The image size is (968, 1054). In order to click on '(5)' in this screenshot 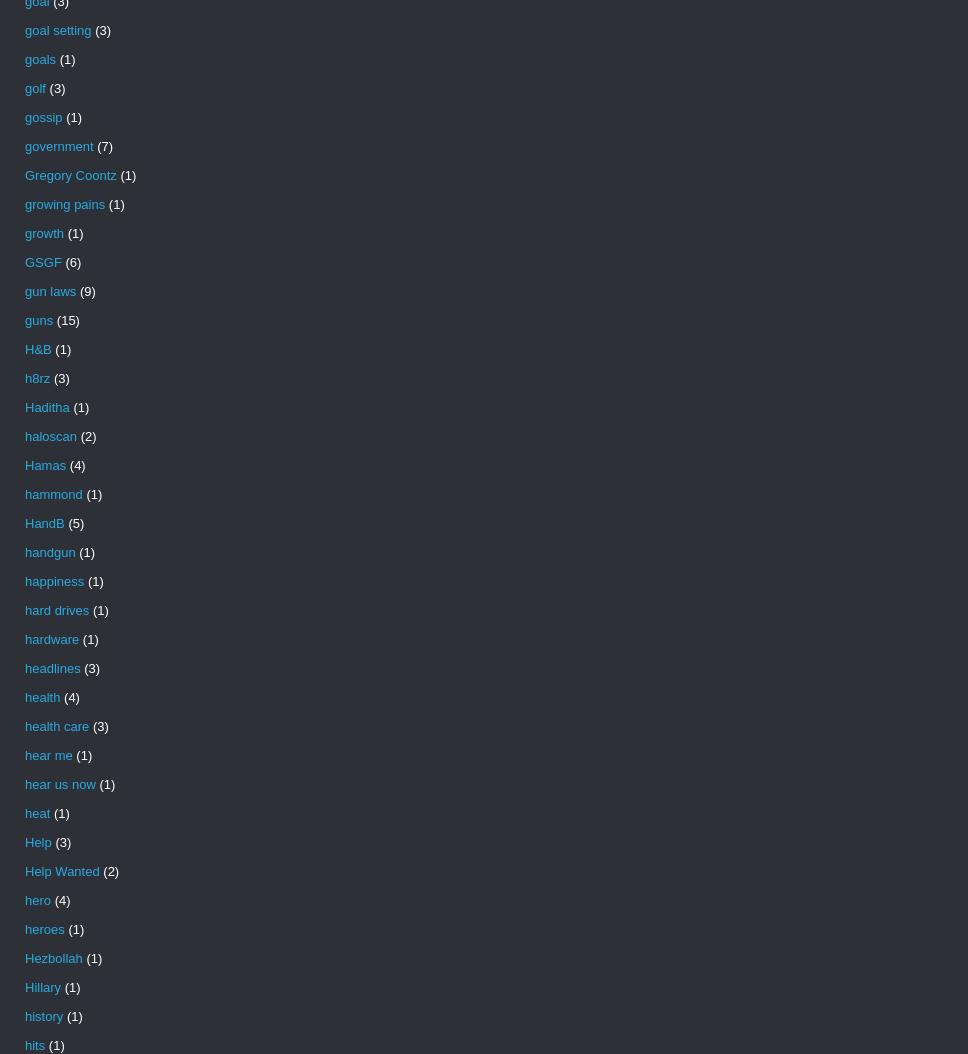, I will do `click(74, 522)`.